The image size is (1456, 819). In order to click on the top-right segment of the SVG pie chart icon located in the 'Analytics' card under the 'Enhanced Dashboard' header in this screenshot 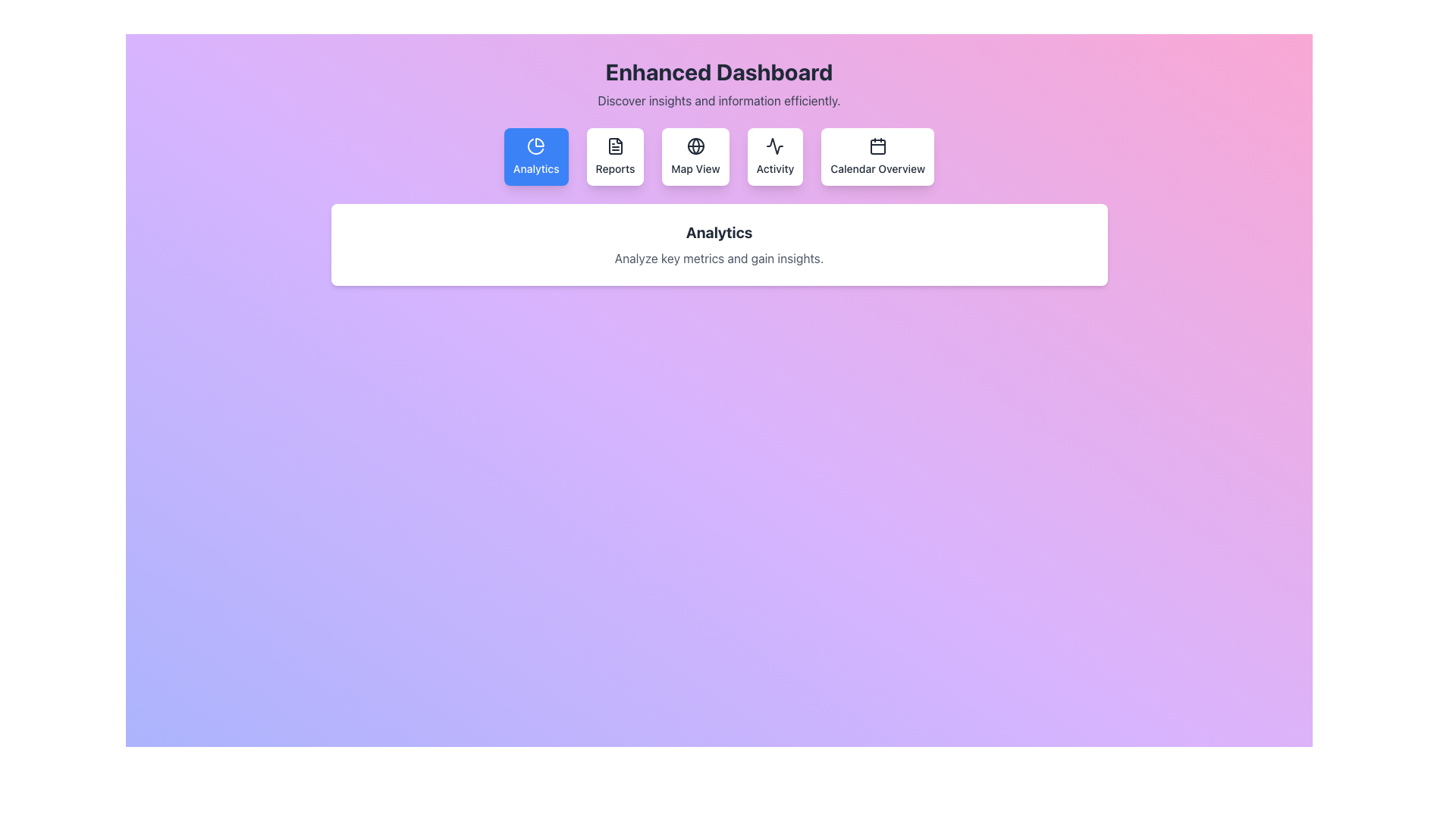, I will do `click(540, 143)`.